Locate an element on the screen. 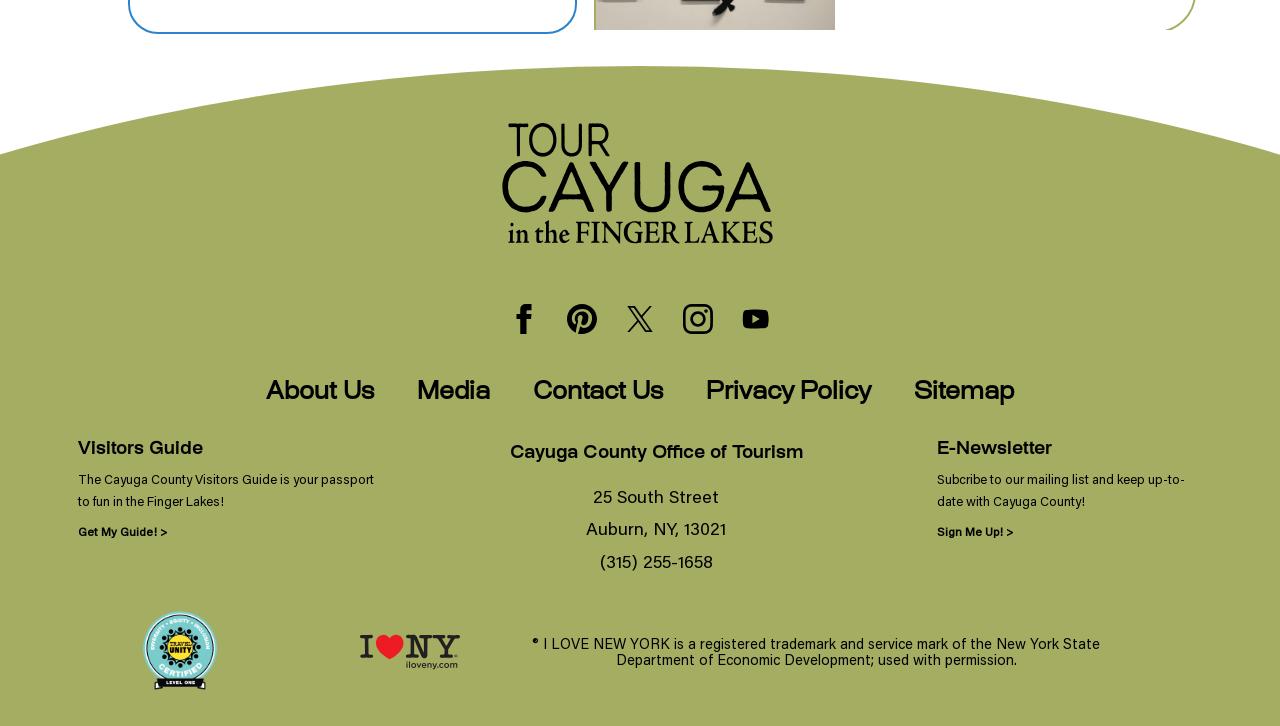 The width and height of the screenshot is (1280, 726). 'Fall Family Fun in Cayuga County' is located at coordinates (850, 75).